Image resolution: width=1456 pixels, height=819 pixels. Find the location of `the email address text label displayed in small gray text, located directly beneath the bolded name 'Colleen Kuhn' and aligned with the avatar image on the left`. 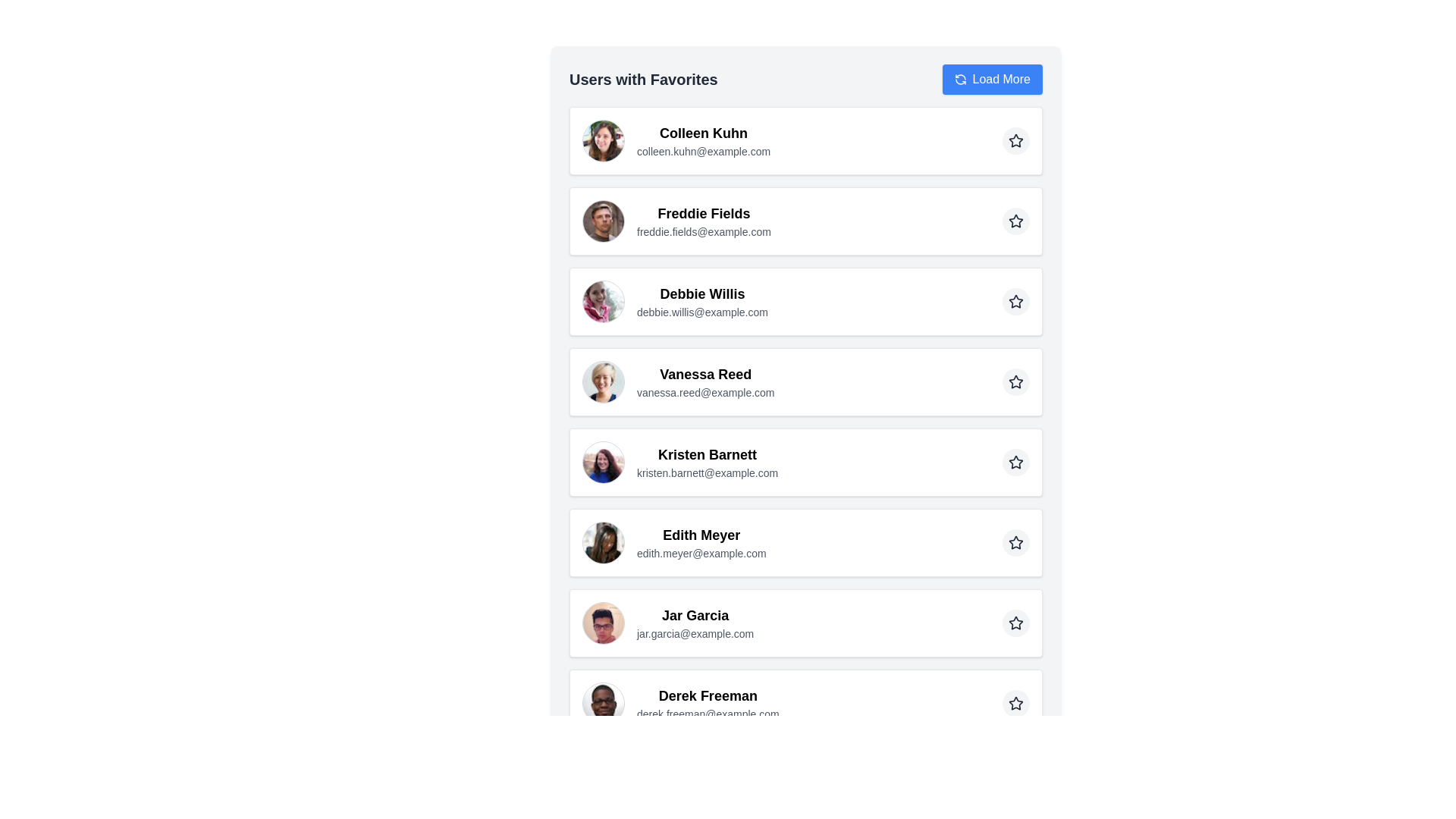

the email address text label displayed in small gray text, located directly beneath the bolded name 'Colleen Kuhn' and aligned with the avatar image on the left is located at coordinates (703, 152).